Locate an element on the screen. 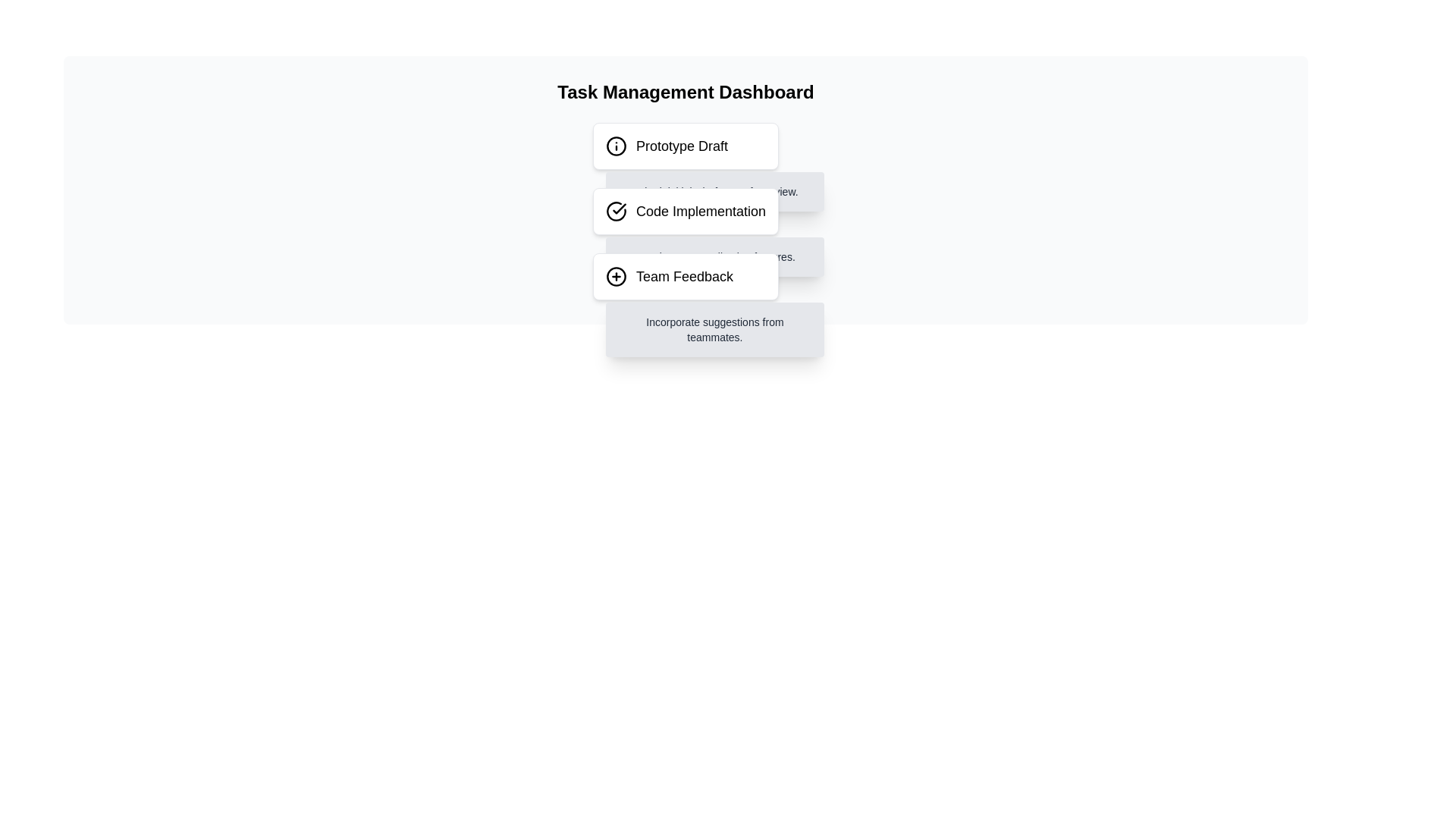 Image resolution: width=1456 pixels, height=819 pixels. the label with icon that serves as the title of the second item in the vertically-stacked card layout for 'Task Management Dashboard' is located at coordinates (685, 211).